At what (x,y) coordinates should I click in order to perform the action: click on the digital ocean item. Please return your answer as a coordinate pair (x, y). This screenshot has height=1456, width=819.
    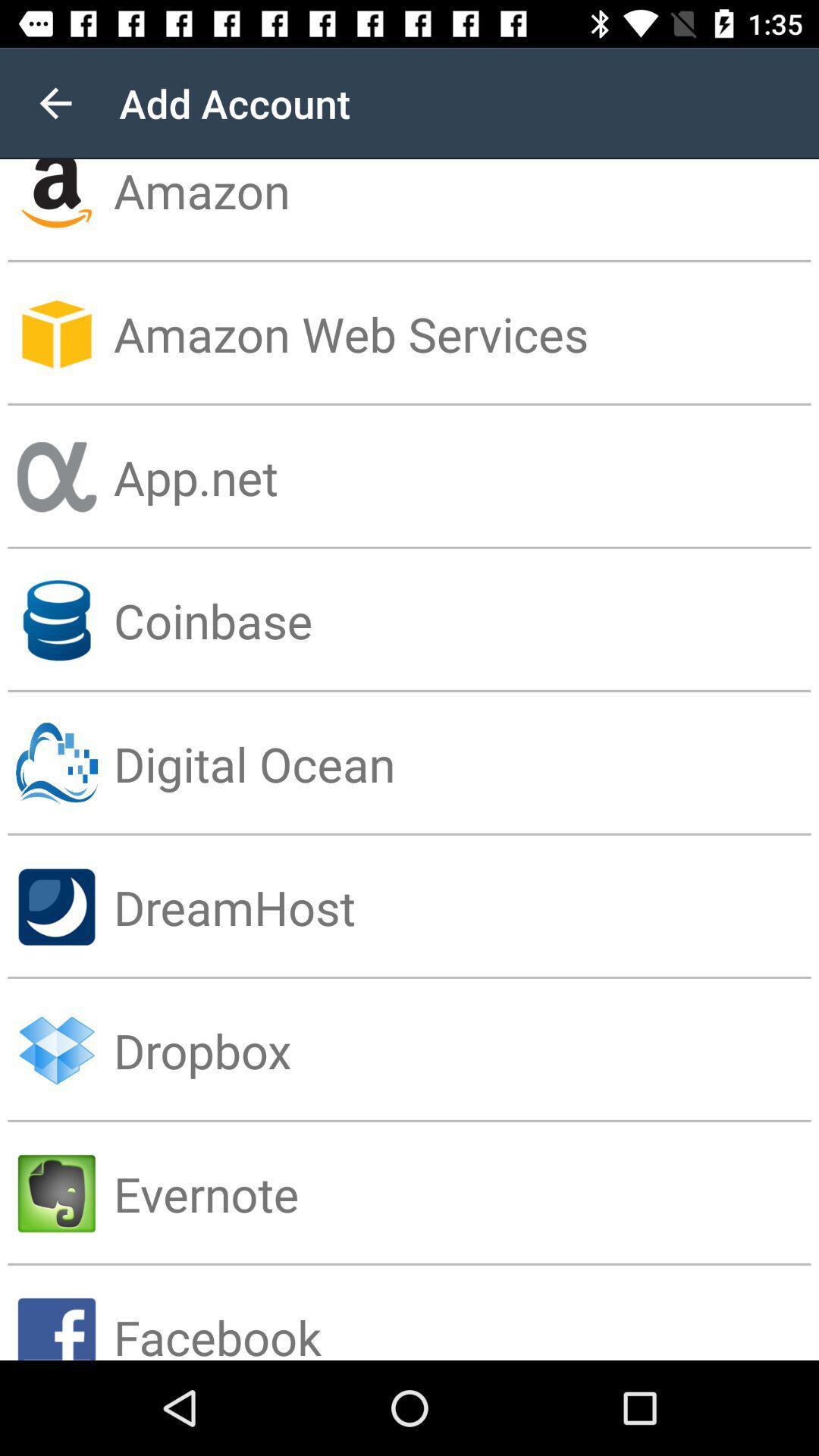
    Looking at the image, I should click on (465, 764).